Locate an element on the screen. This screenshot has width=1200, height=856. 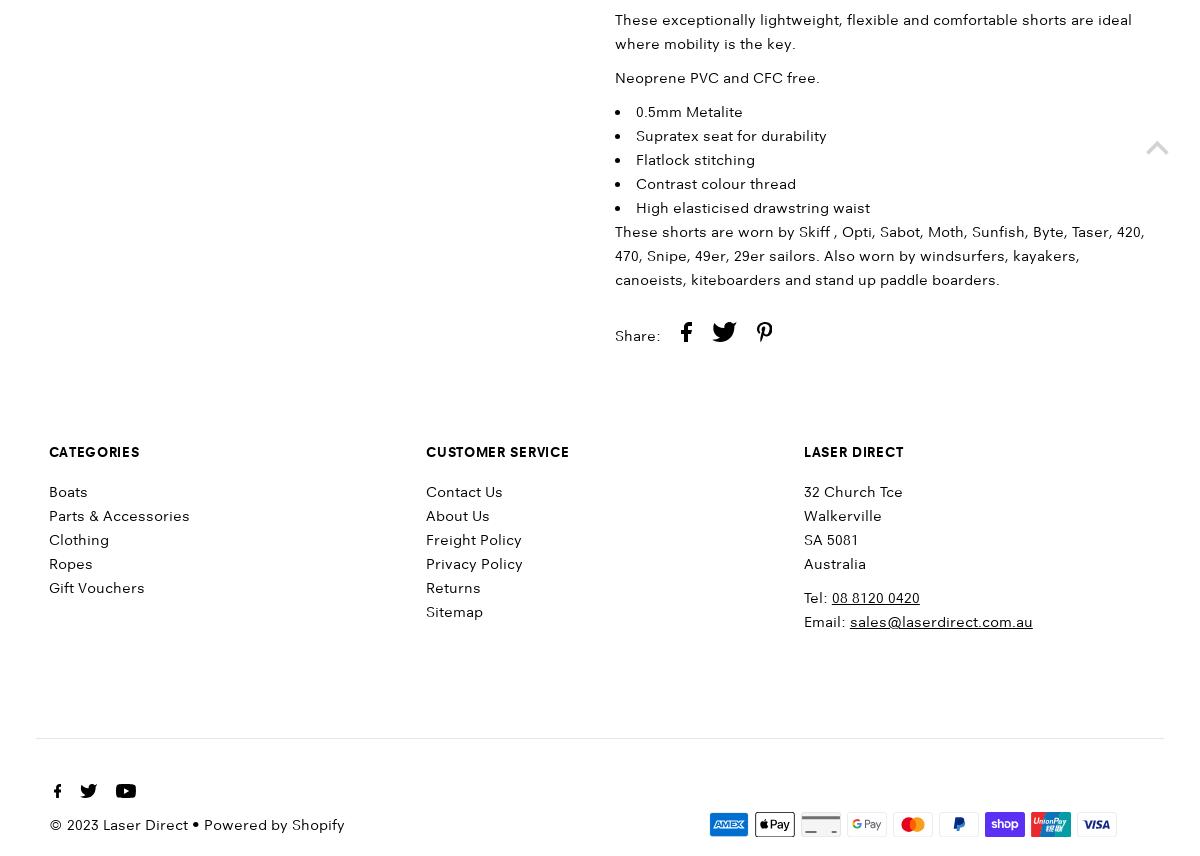
'High elasticised drawstring waist' is located at coordinates (636, 207).